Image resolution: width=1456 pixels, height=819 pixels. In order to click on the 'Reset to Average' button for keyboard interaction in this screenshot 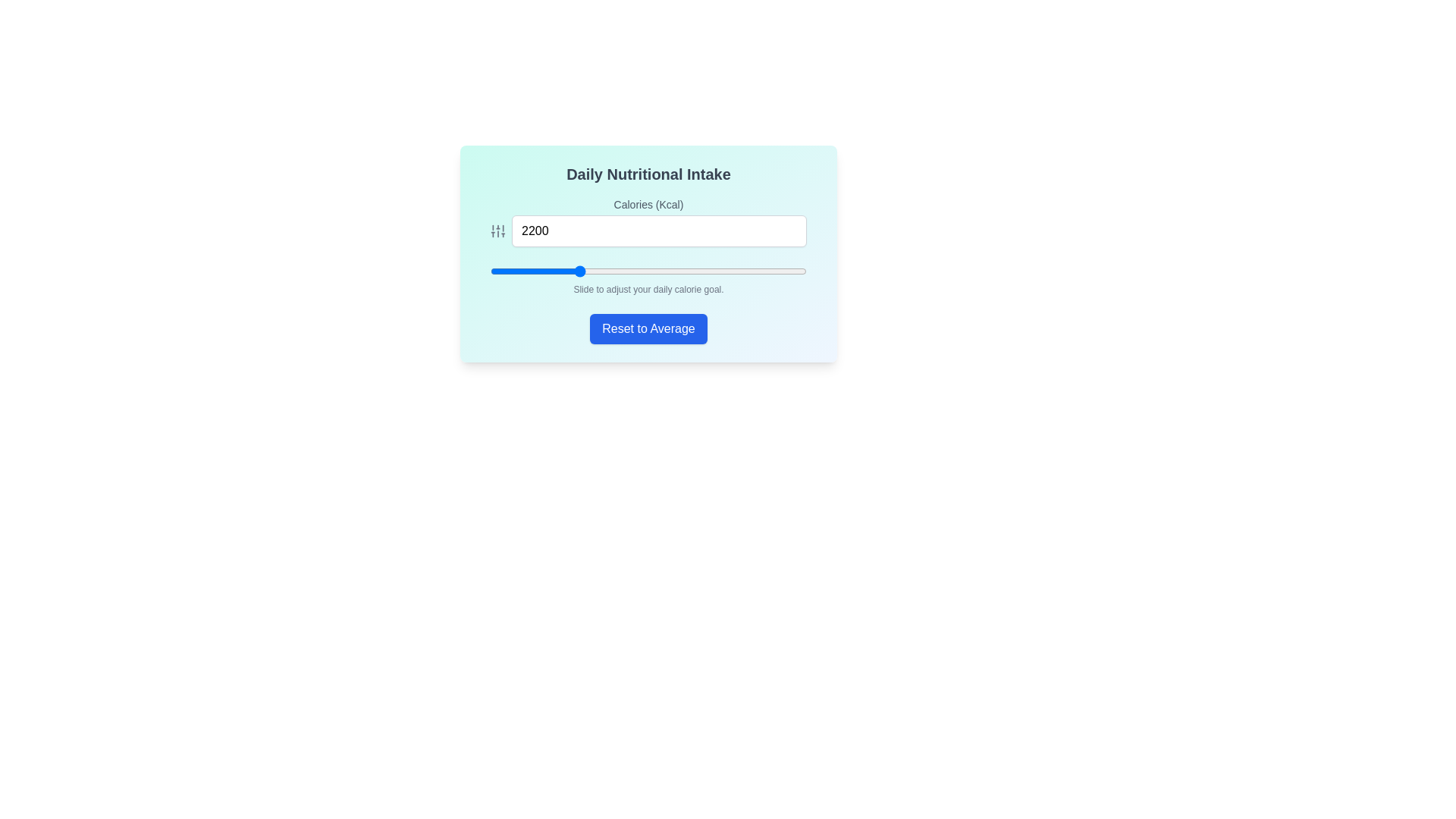, I will do `click(648, 328)`.